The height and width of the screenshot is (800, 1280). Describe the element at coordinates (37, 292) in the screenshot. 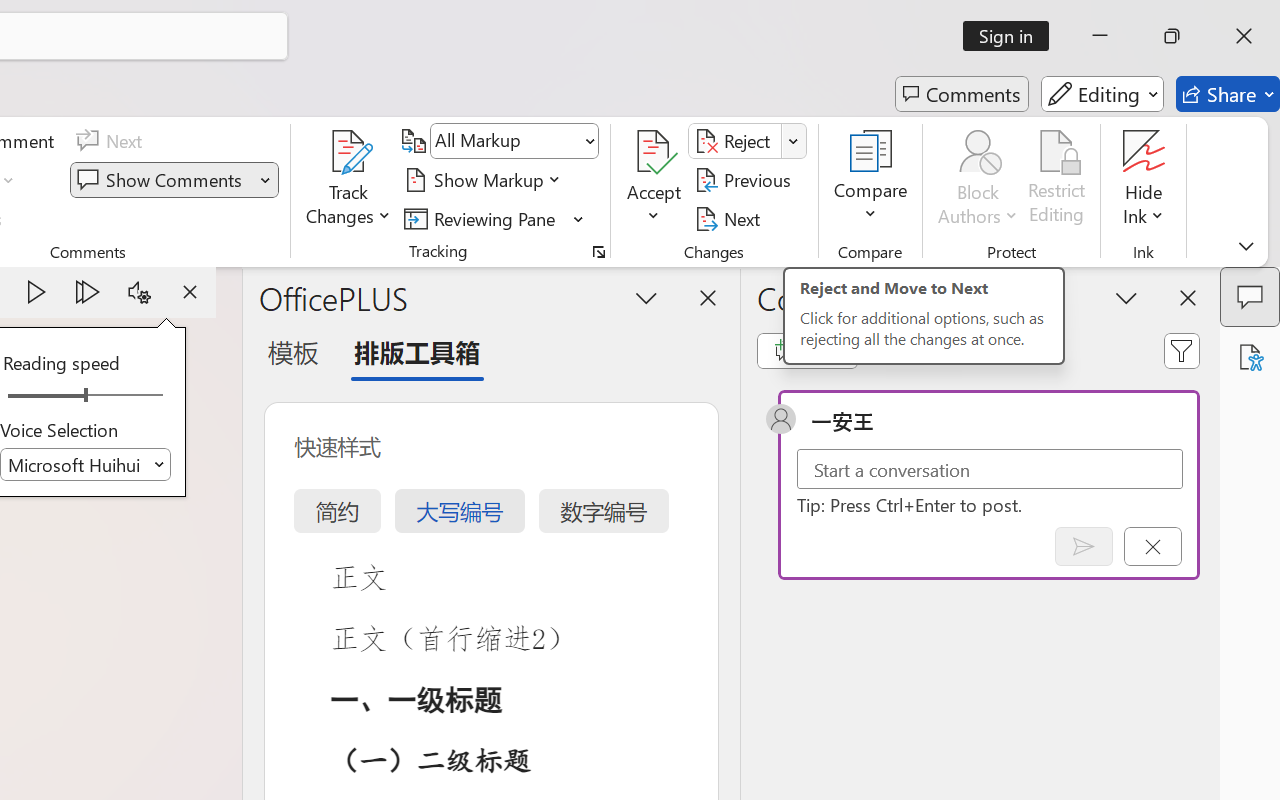

I see `'Play'` at that location.